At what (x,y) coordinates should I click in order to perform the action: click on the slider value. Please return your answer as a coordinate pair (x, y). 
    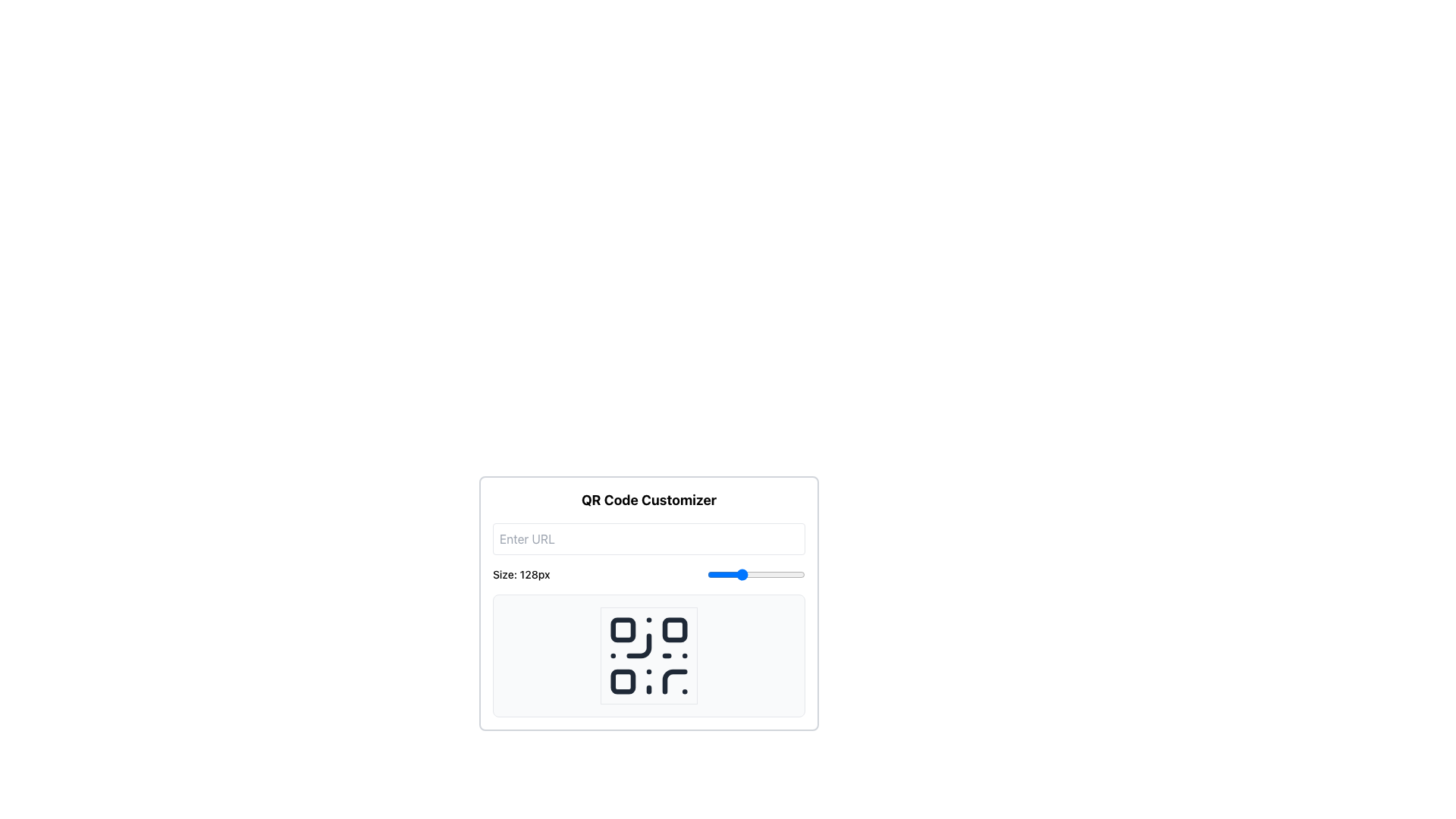
    Looking at the image, I should click on (769, 575).